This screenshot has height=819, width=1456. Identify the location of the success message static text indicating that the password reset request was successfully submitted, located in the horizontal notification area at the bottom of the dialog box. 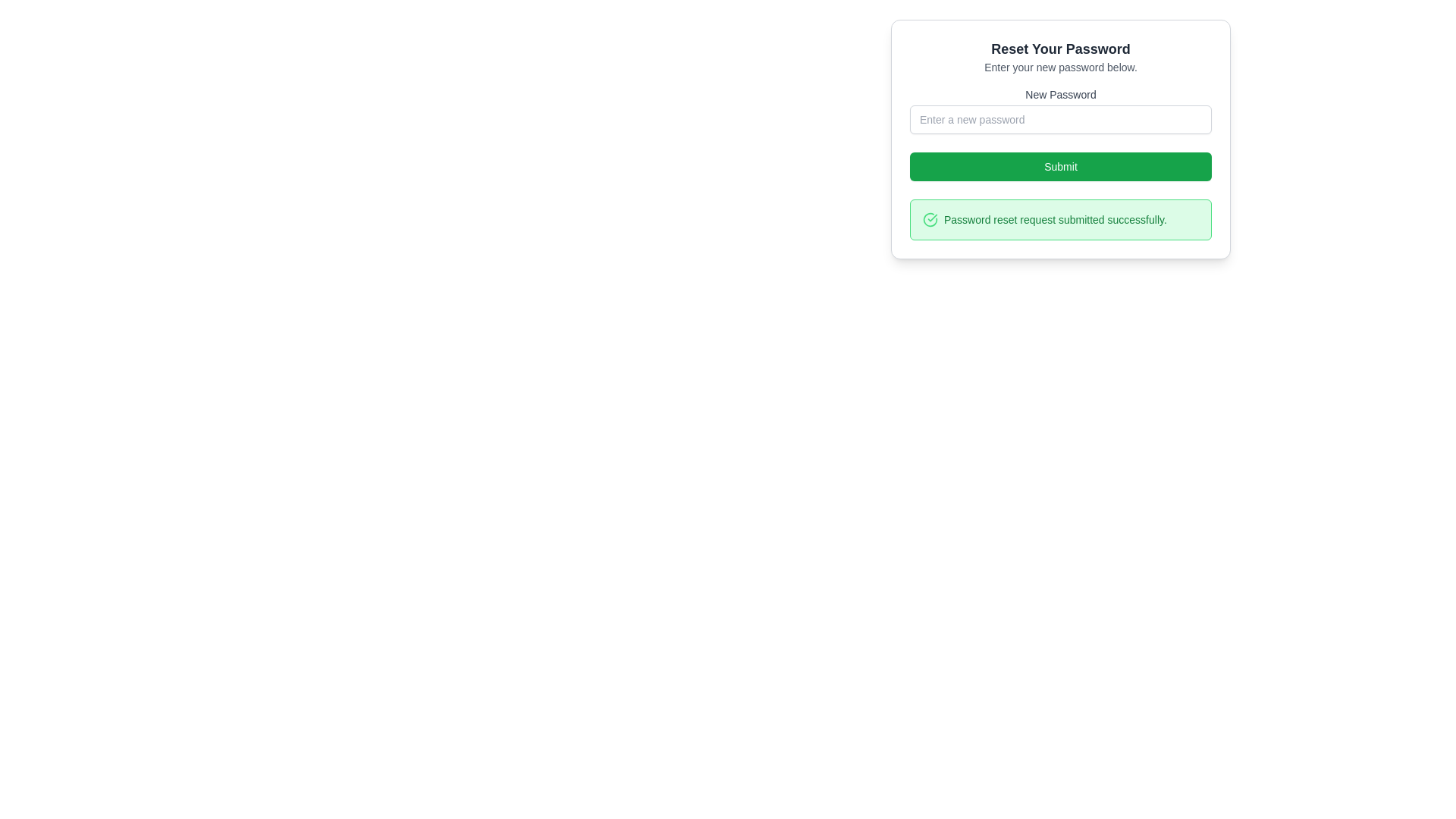
(1055, 219).